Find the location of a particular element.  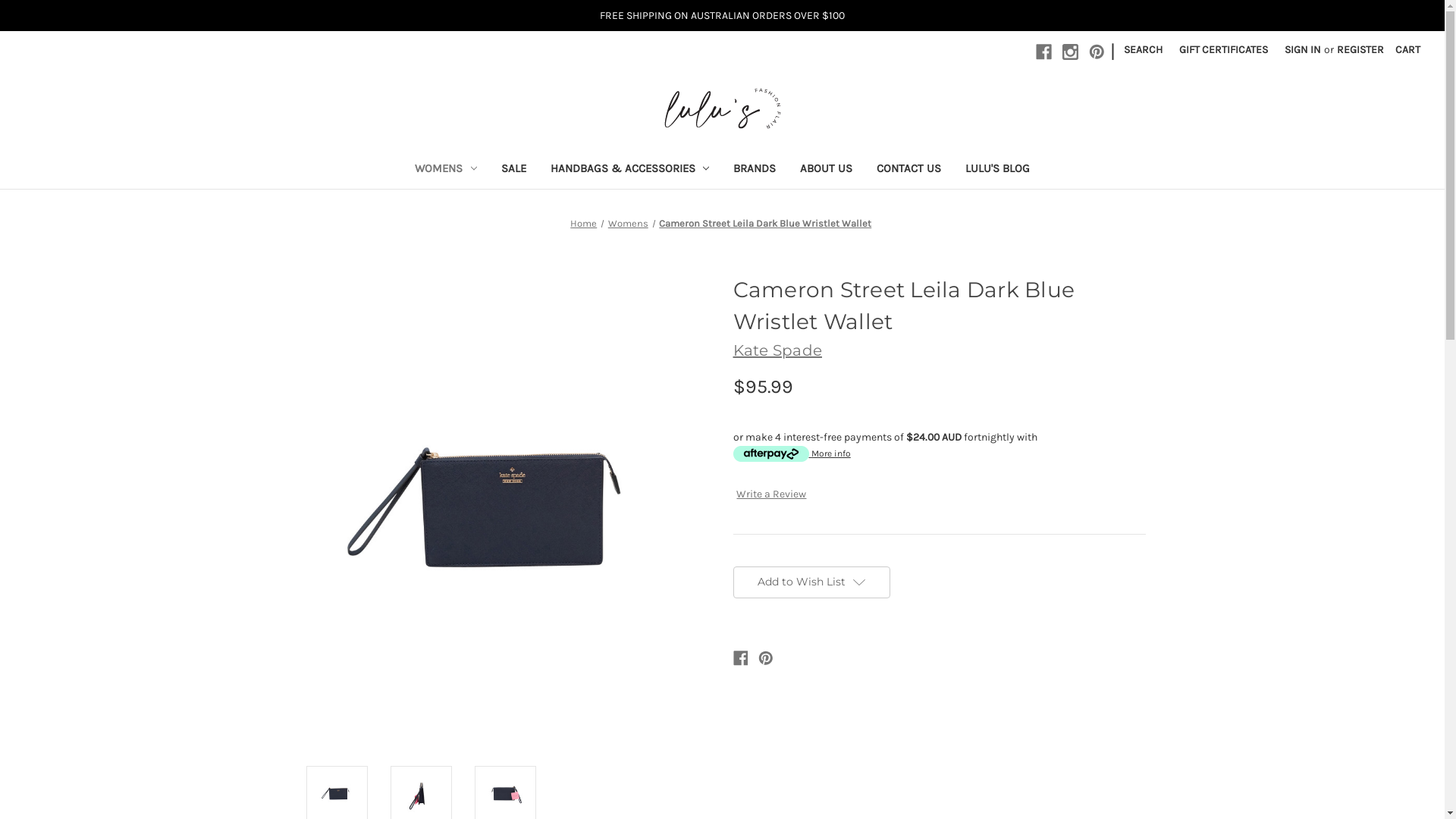

'BRANDS' is located at coordinates (754, 170).